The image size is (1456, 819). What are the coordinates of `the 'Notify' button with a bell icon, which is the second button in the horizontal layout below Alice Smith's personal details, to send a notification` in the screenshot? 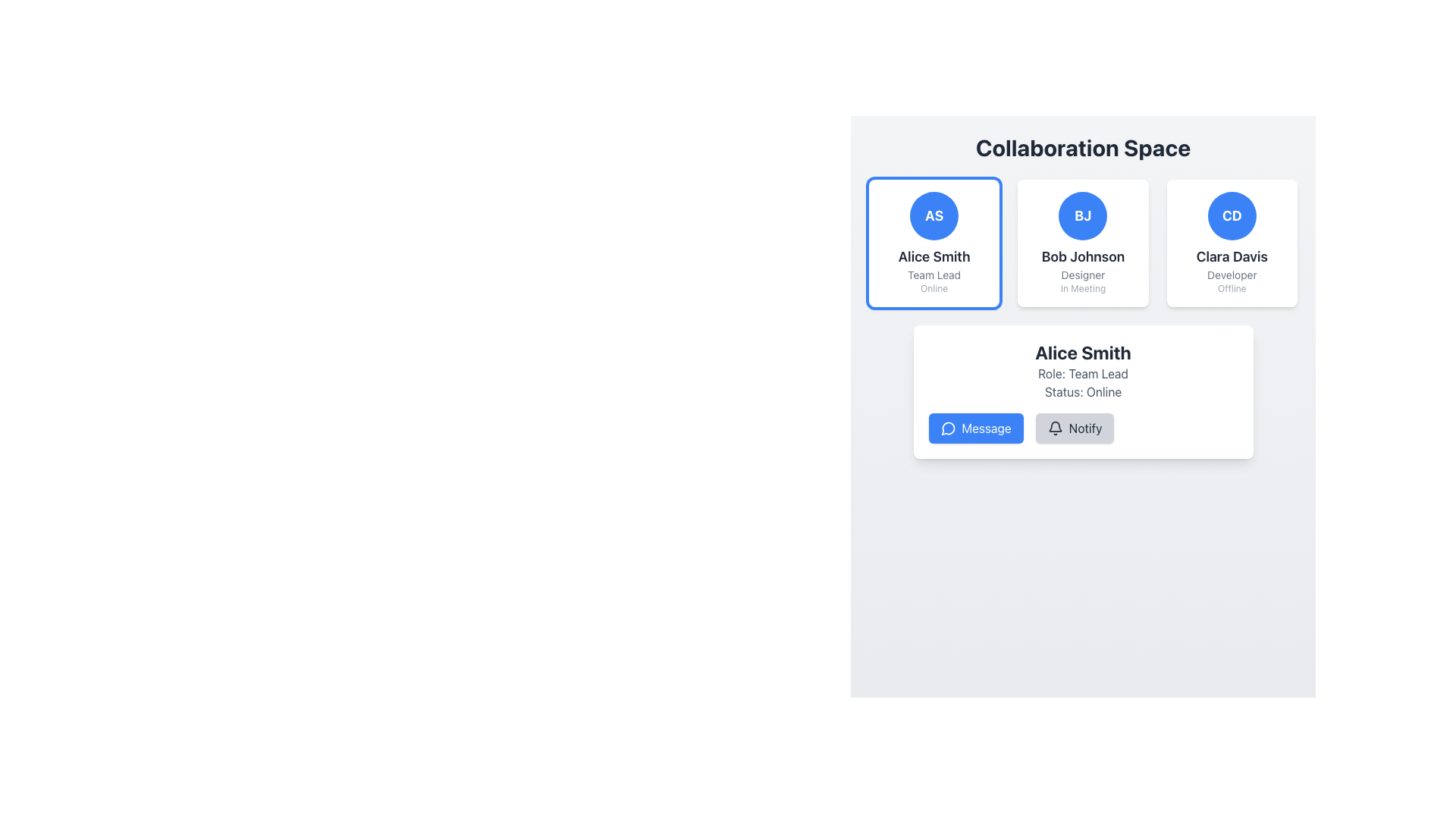 It's located at (1073, 428).